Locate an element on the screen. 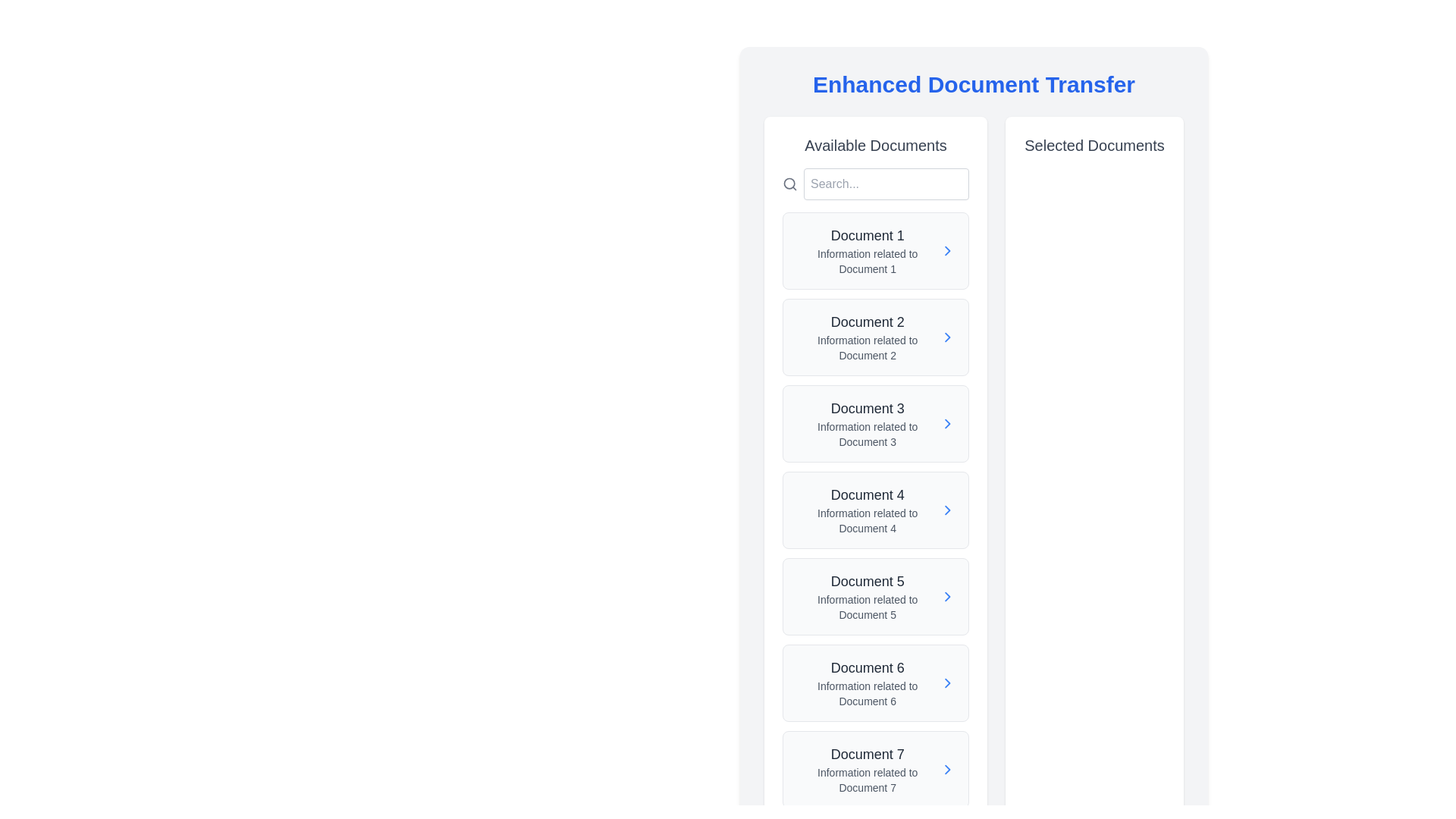  the static text element providing additional descriptive information about 'Document 6', located under its title within the sixth card of the 'Available Documents' section is located at coordinates (868, 693).